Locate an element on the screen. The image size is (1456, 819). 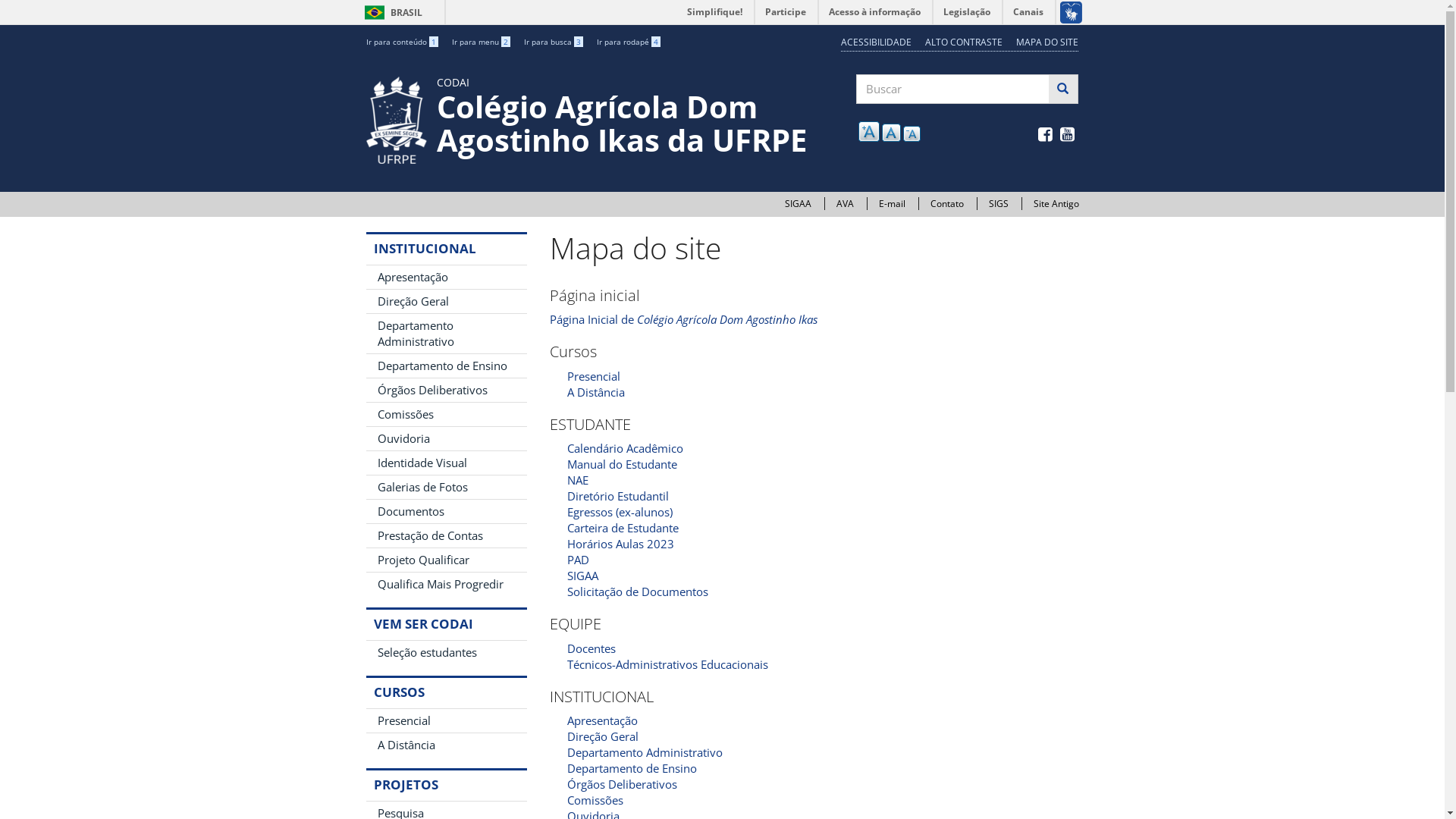
'Ir para busca 3' is located at coordinates (552, 40).